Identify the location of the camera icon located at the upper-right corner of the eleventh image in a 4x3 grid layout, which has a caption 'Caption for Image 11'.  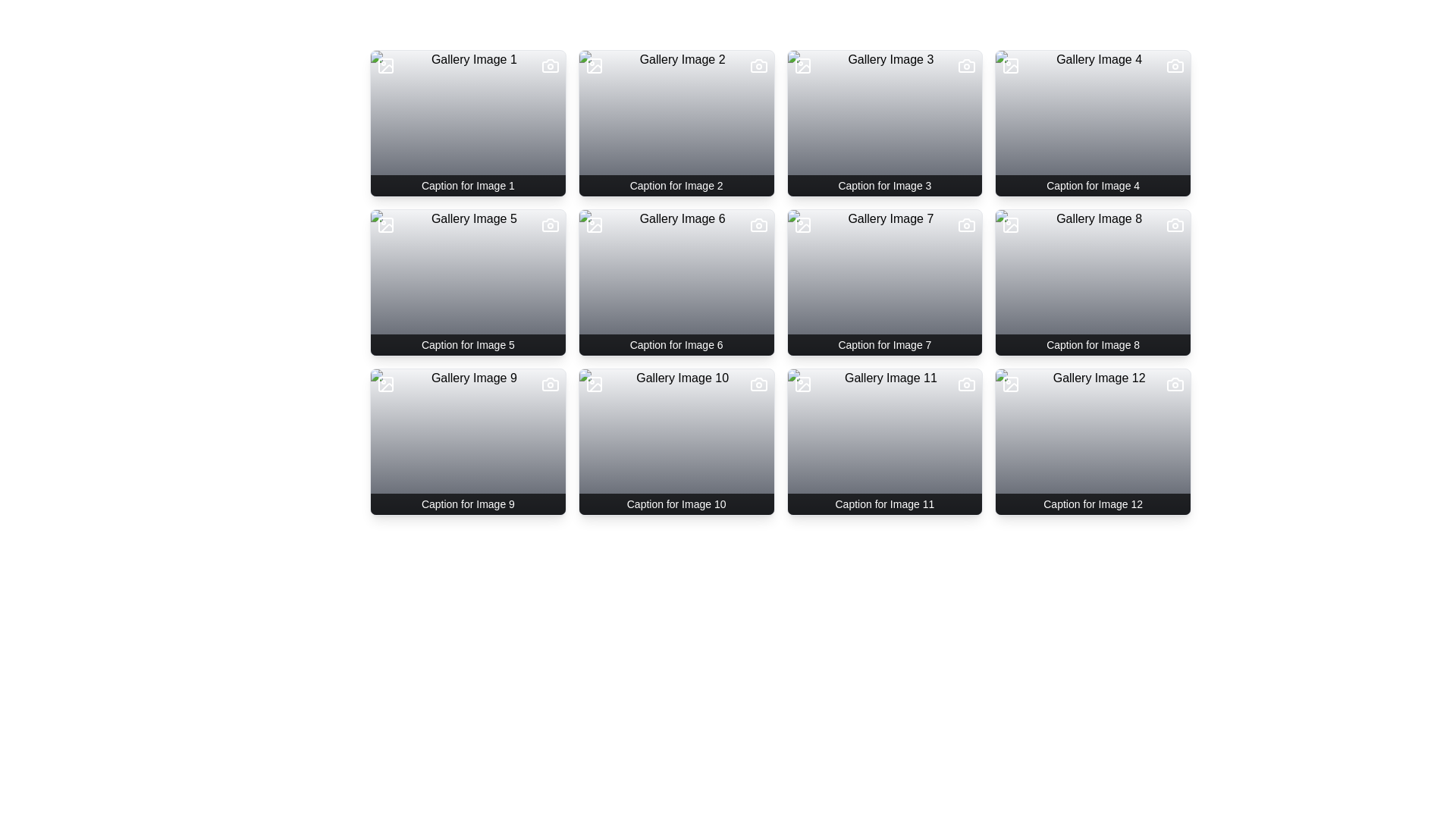
(966, 383).